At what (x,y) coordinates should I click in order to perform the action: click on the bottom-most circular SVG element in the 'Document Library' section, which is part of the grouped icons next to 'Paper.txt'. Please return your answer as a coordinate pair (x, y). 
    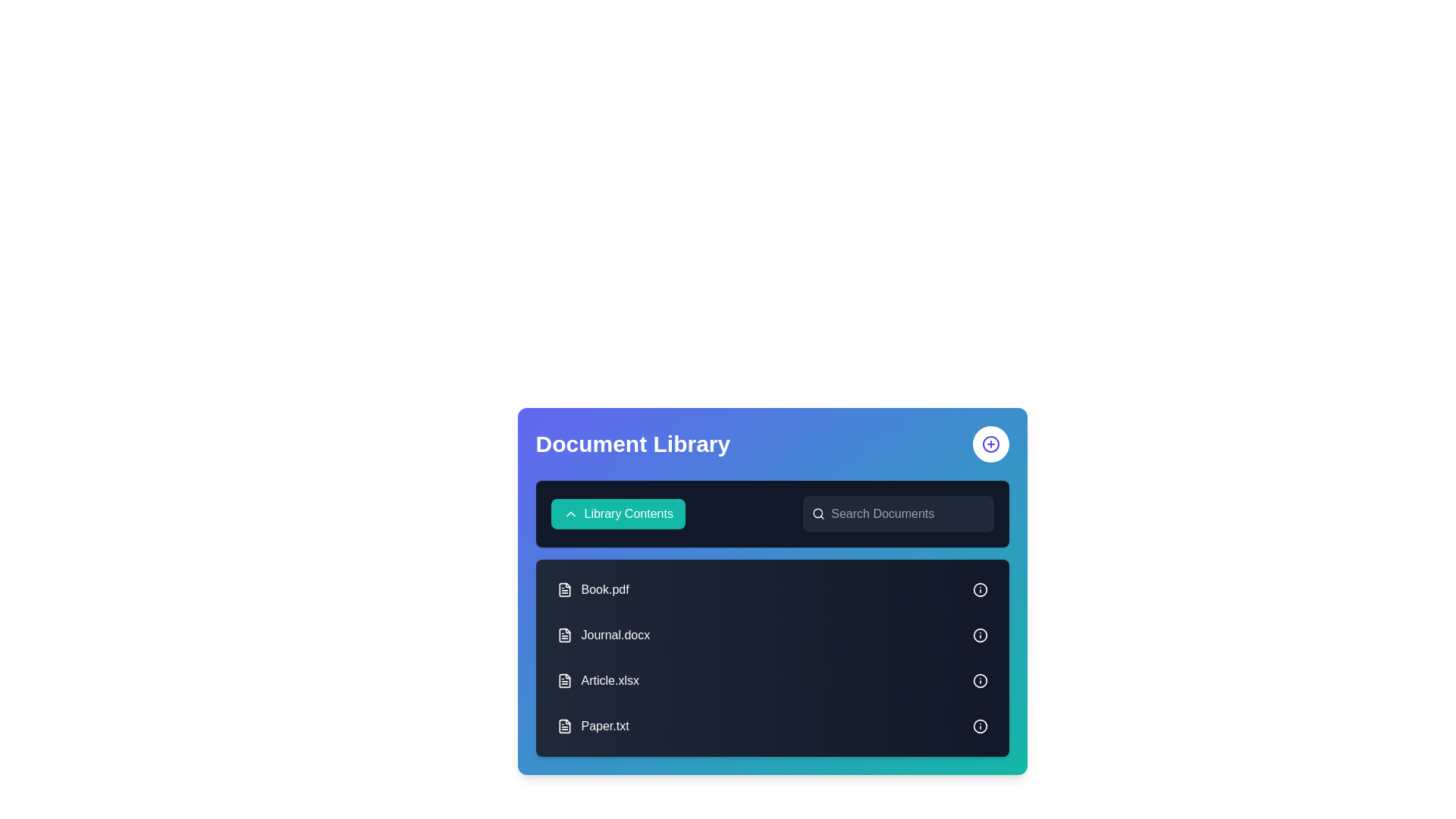
    Looking at the image, I should click on (980, 725).